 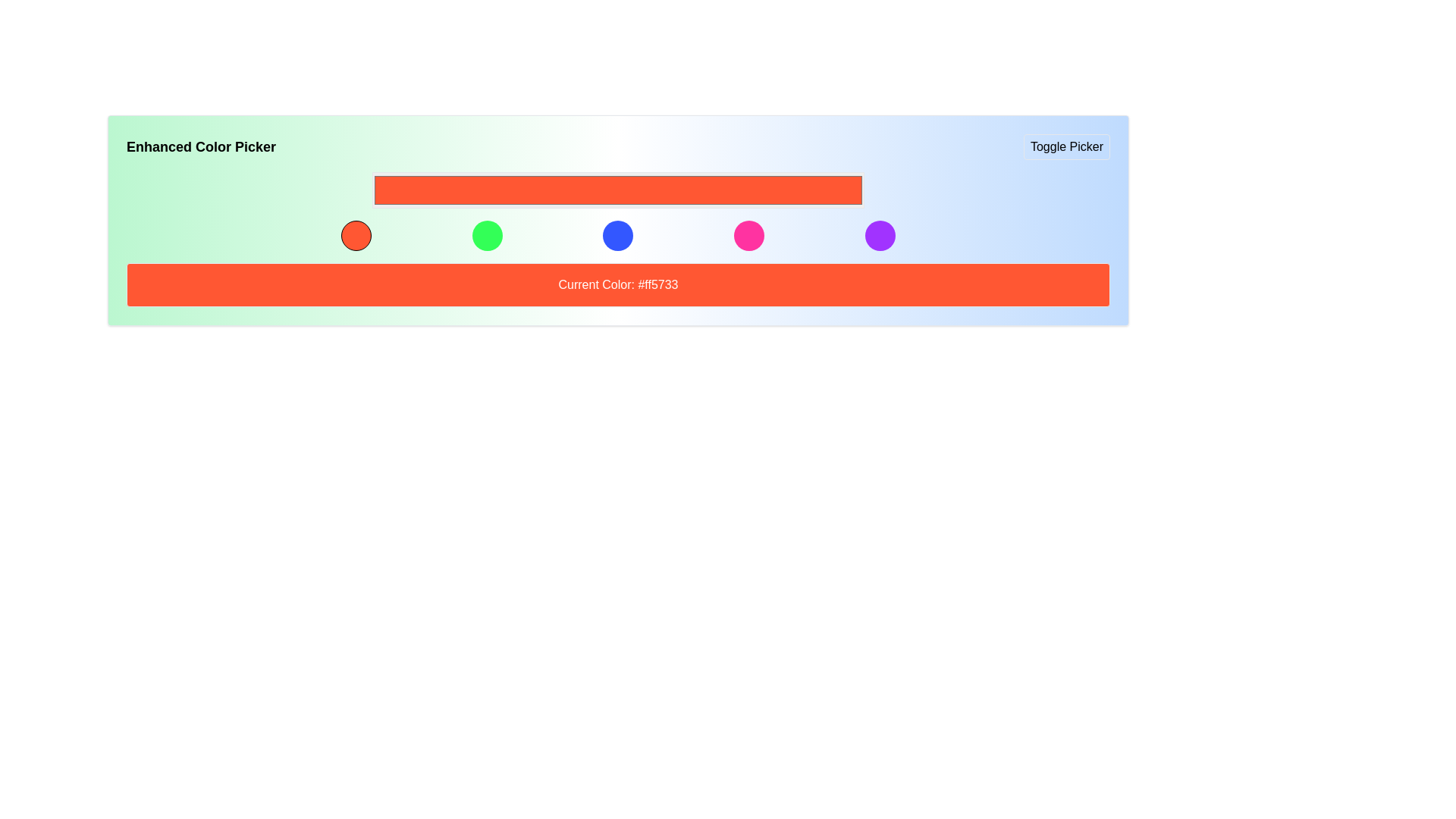 What do you see at coordinates (618, 284) in the screenshot?
I see `the informational text element that displays the currently selected color in hexadecimal format, which is centrally located within a larger orange rectangle` at bounding box center [618, 284].